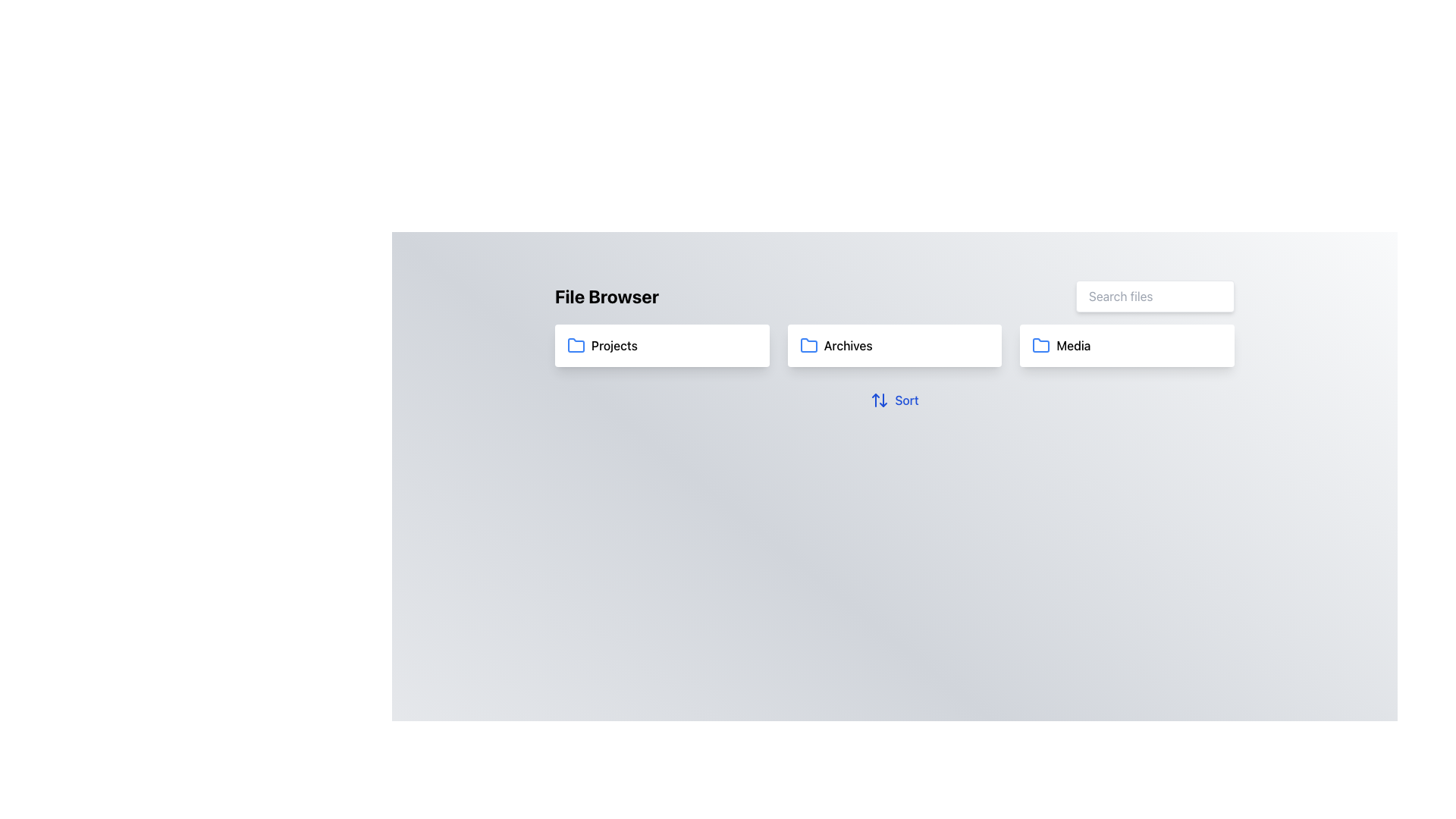  Describe the element at coordinates (808, 345) in the screenshot. I see `the folder icon representing the 'Archives' in the file browsing interface, which is the second icon from the left` at that location.